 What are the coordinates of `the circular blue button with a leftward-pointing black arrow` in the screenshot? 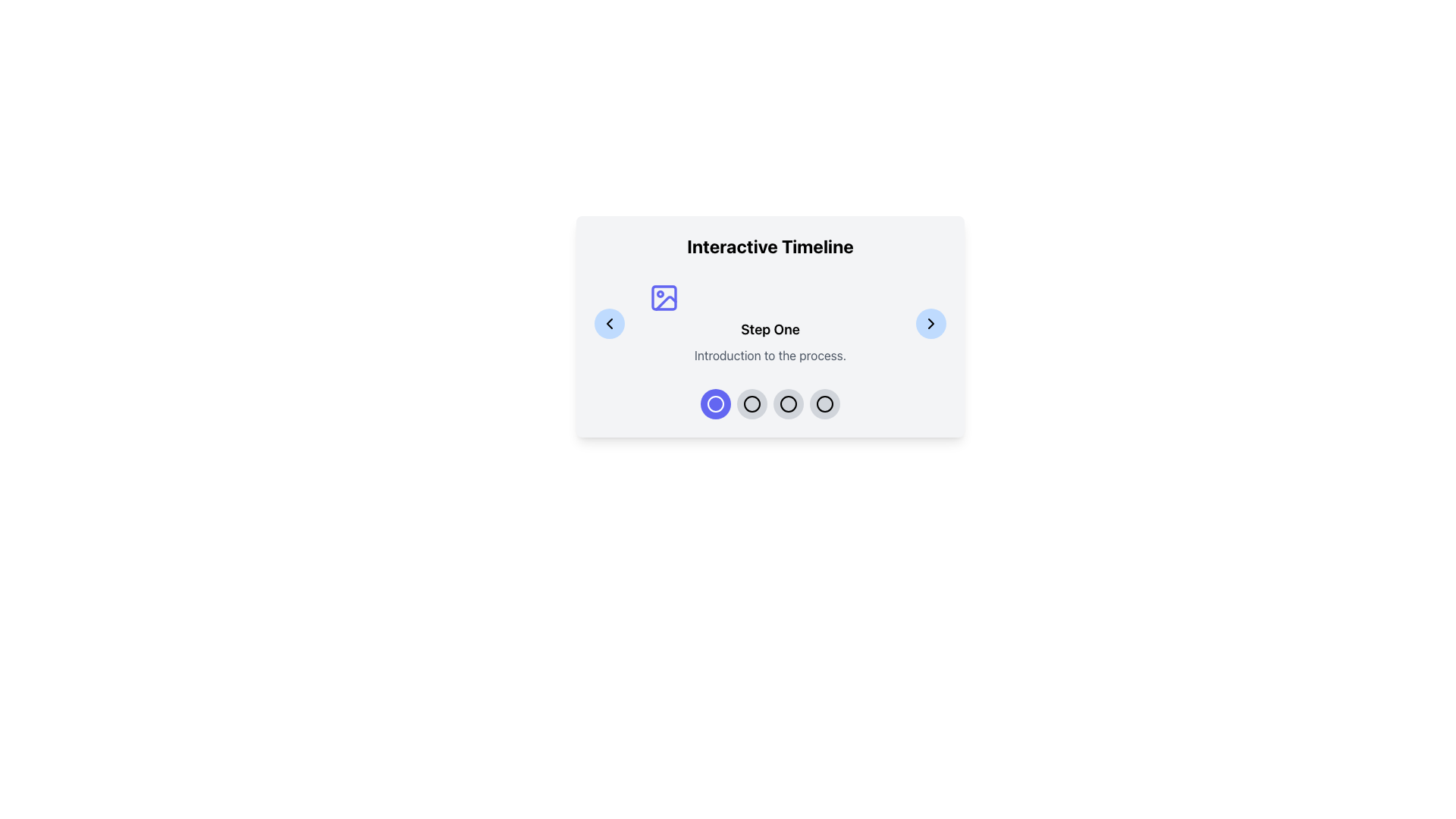 It's located at (610, 323).